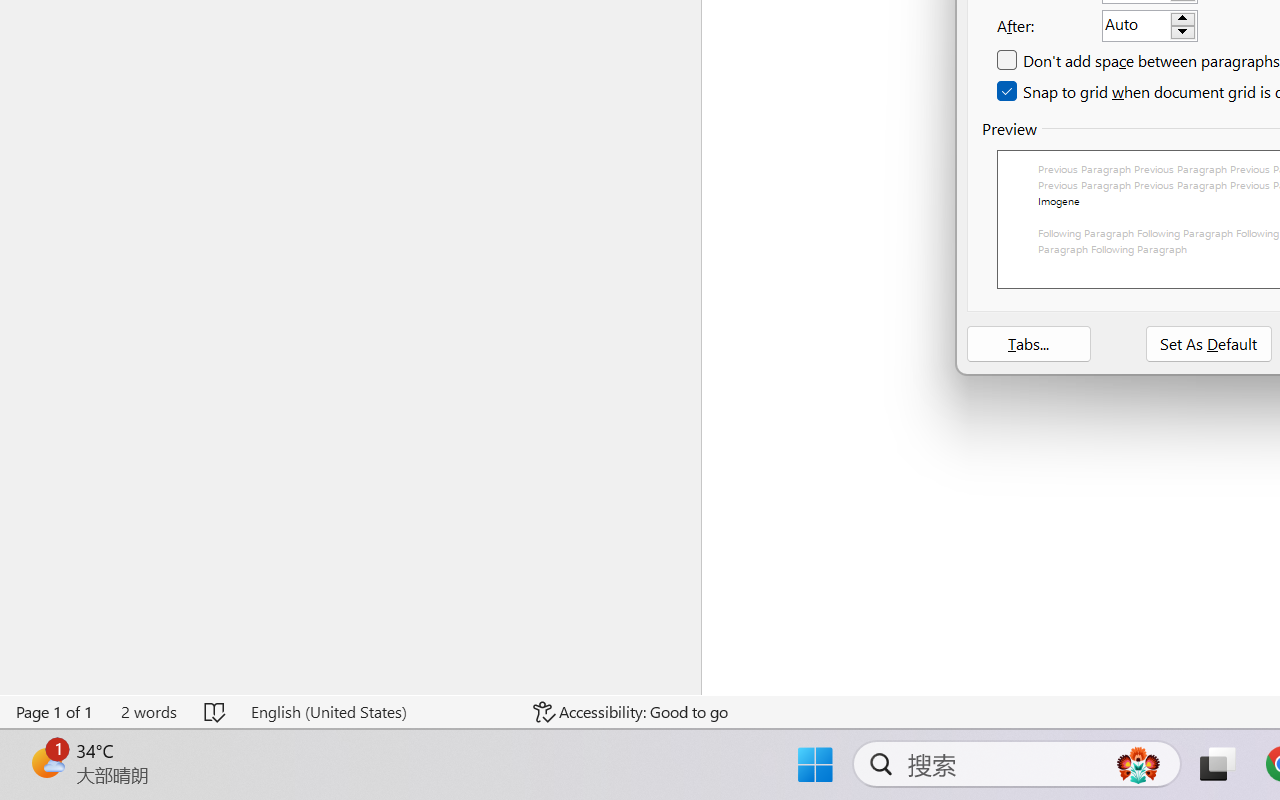  I want to click on 'Tabs...', so click(1029, 344).